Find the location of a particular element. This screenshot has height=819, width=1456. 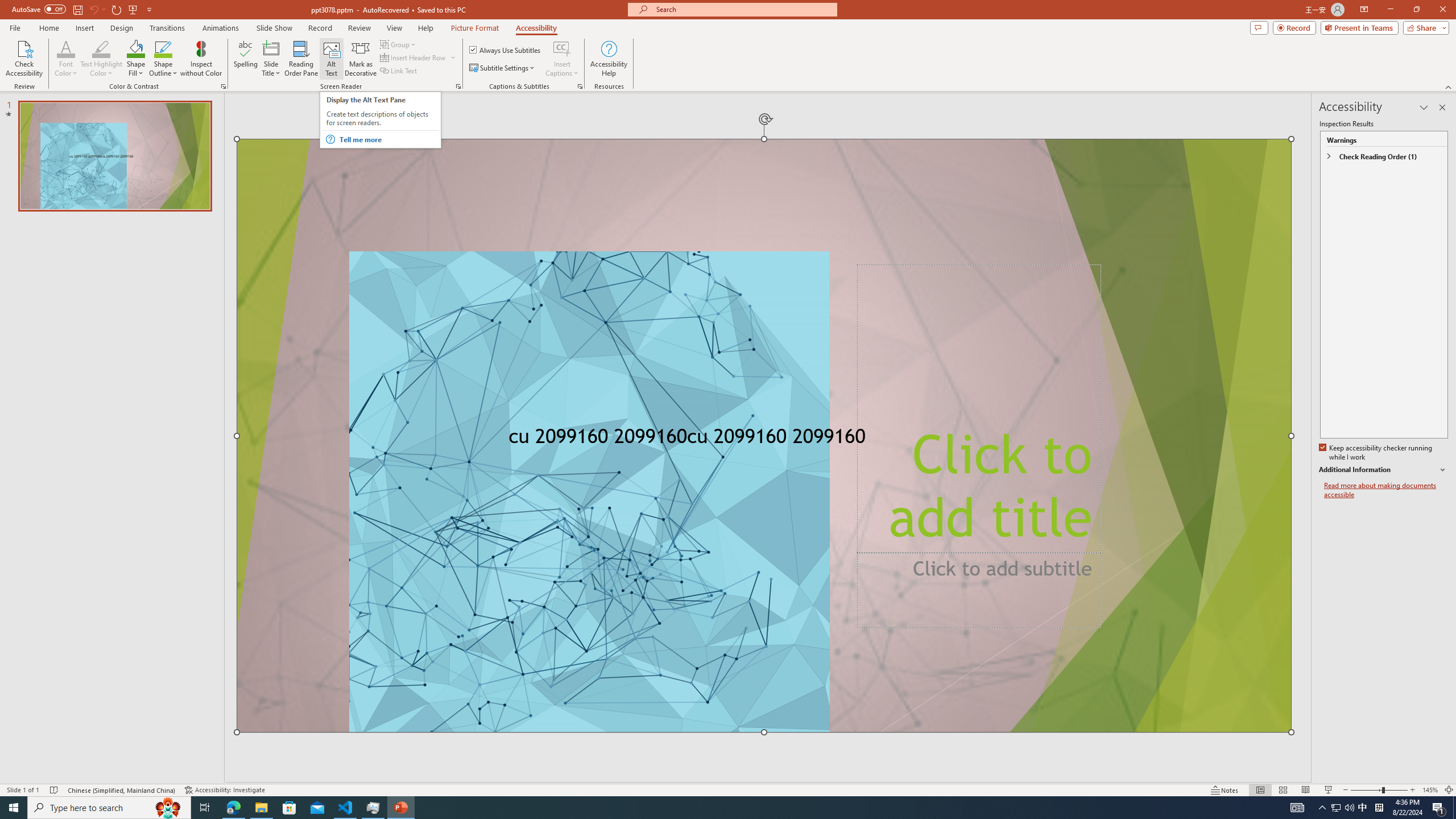

'Subtitle Settings' is located at coordinates (503, 67).